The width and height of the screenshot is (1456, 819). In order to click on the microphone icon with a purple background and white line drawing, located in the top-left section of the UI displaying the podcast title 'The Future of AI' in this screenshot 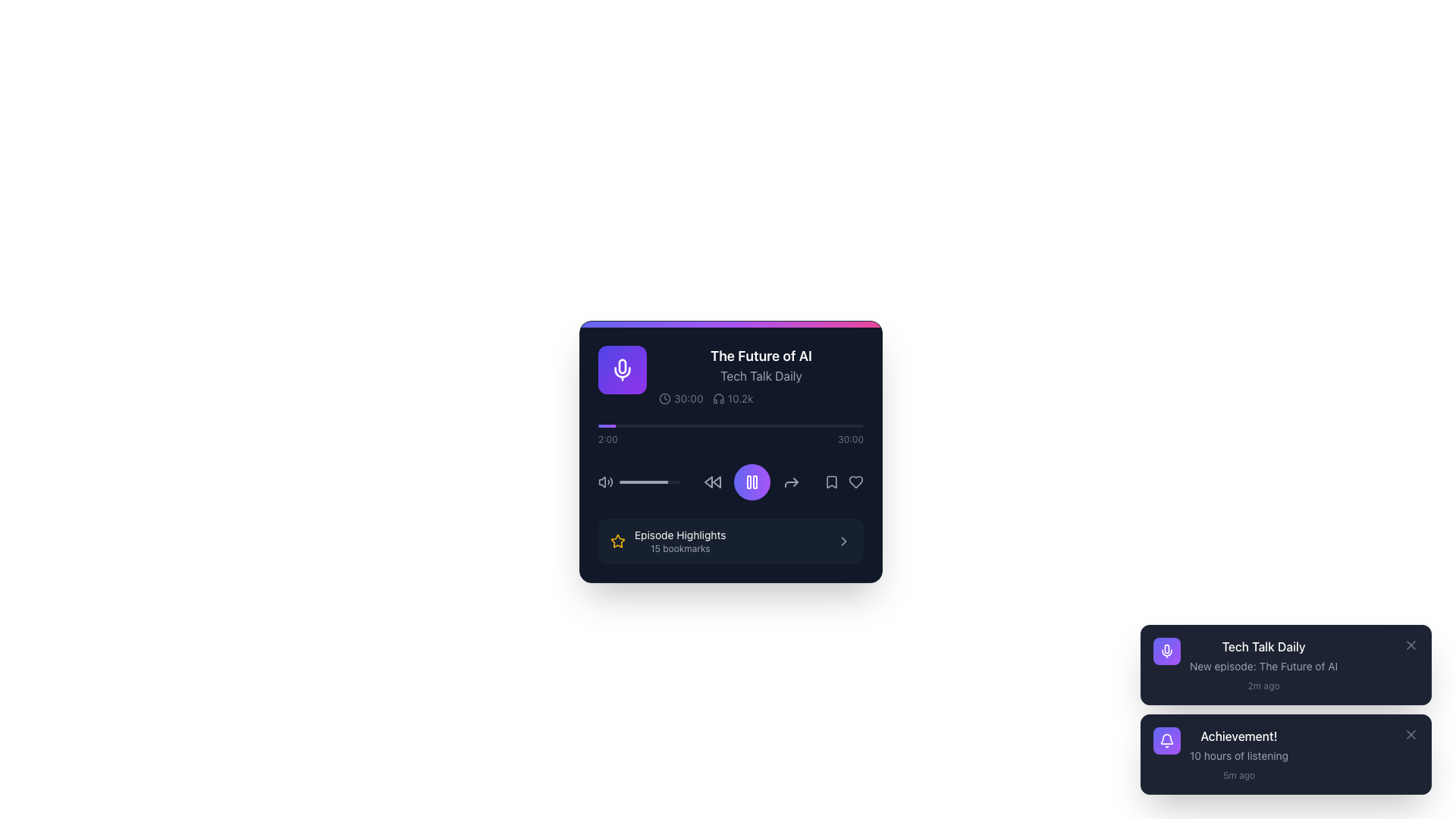, I will do `click(622, 366)`.